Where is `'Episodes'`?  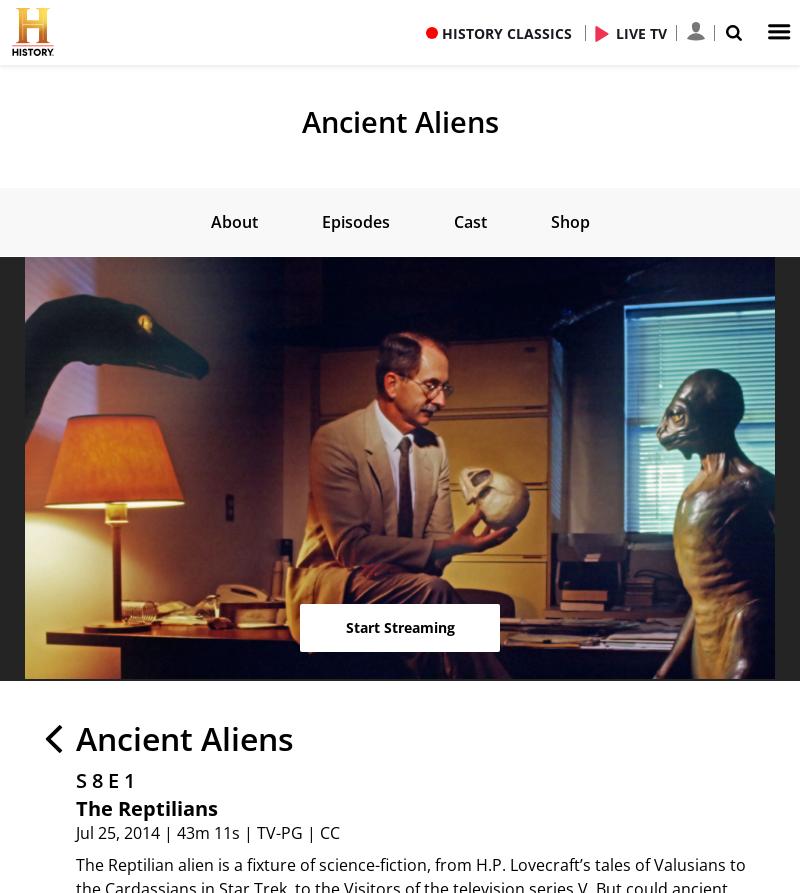
'Episodes' is located at coordinates (354, 220).